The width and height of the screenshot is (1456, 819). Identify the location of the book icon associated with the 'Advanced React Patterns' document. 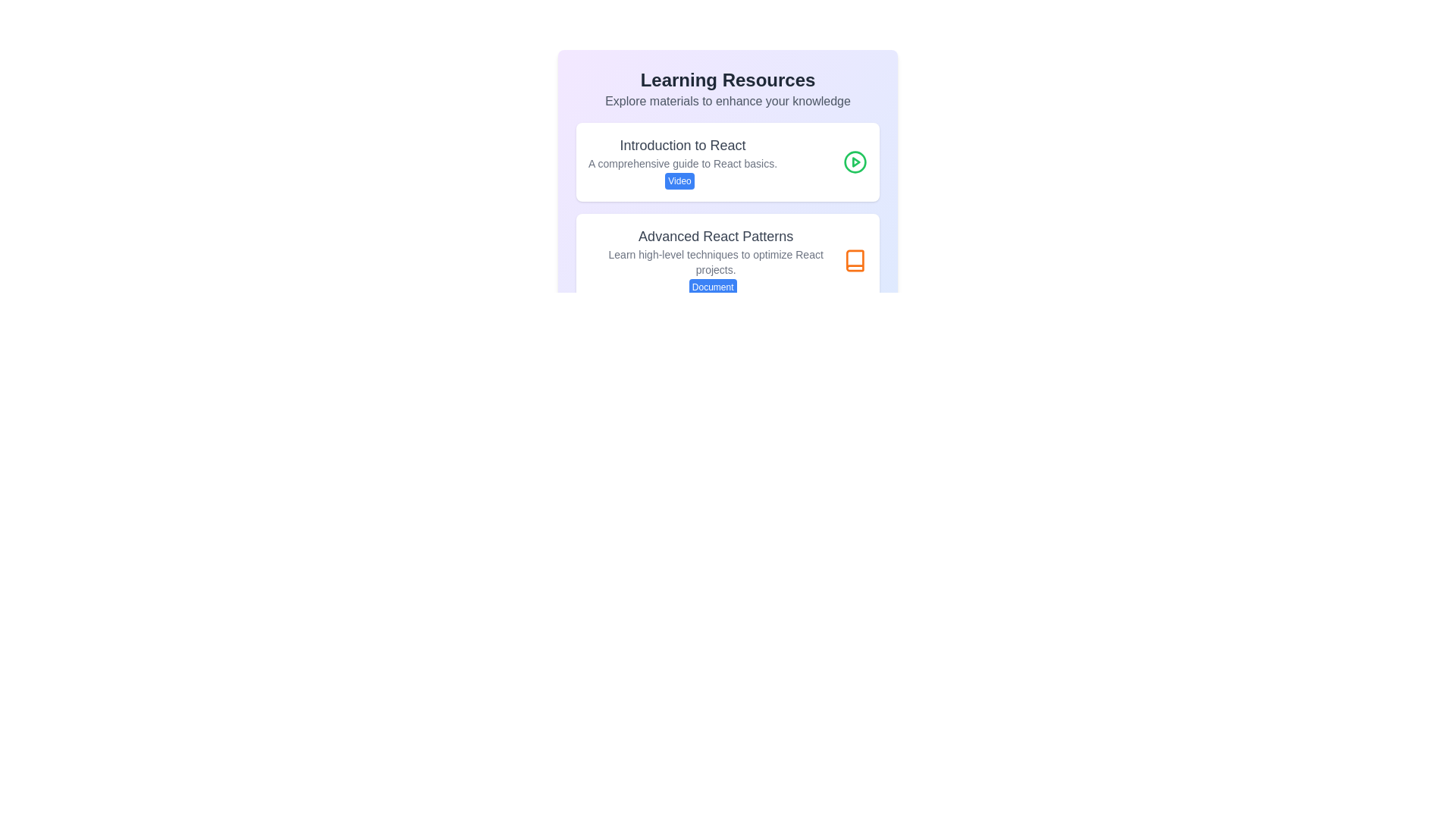
(855, 259).